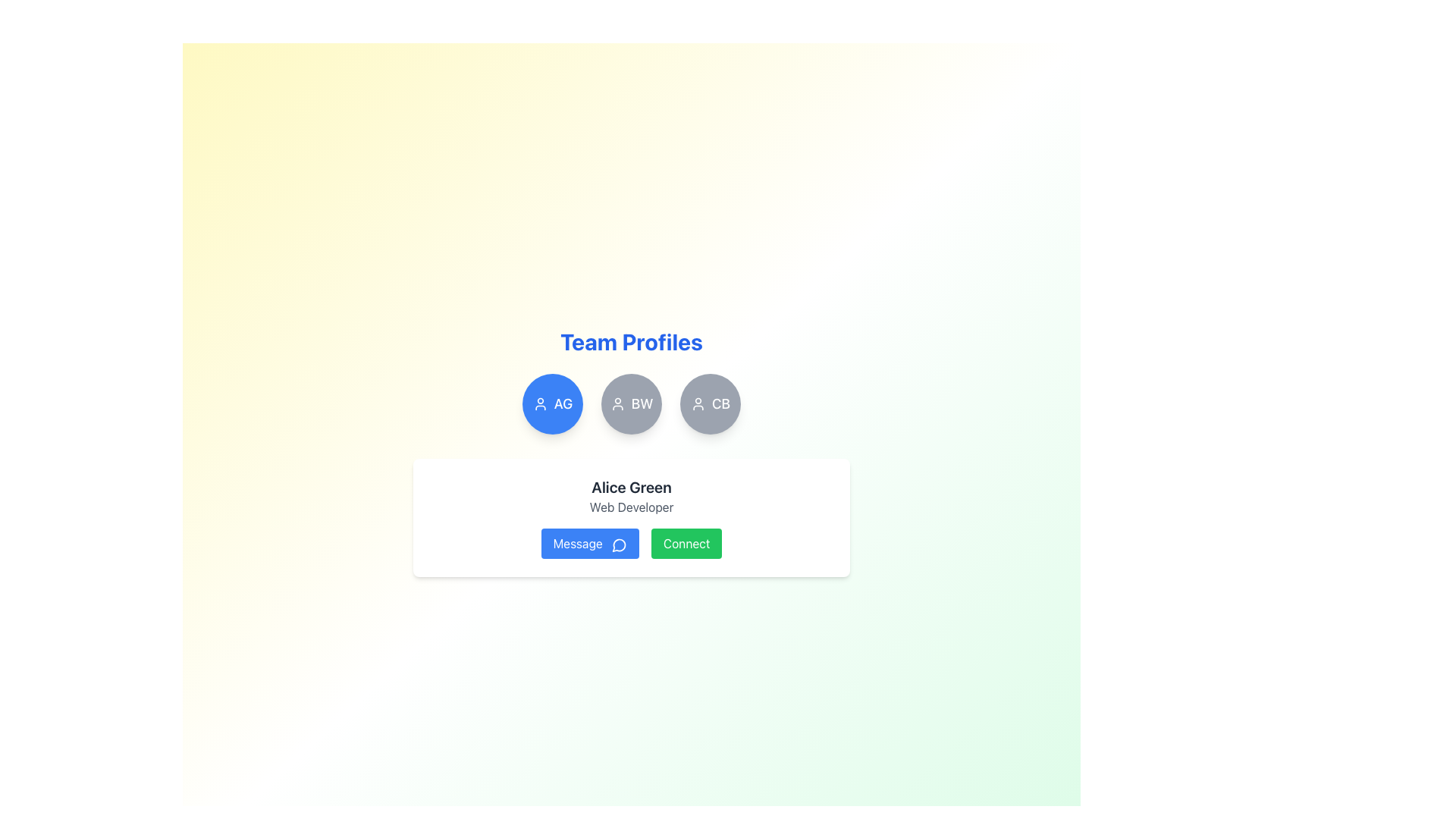 Image resolution: width=1456 pixels, height=819 pixels. Describe the element at coordinates (632, 507) in the screenshot. I see `the text block labeled 'Web Developer' in gray font, which is positioned directly under 'Alice Green' within a white card` at that location.